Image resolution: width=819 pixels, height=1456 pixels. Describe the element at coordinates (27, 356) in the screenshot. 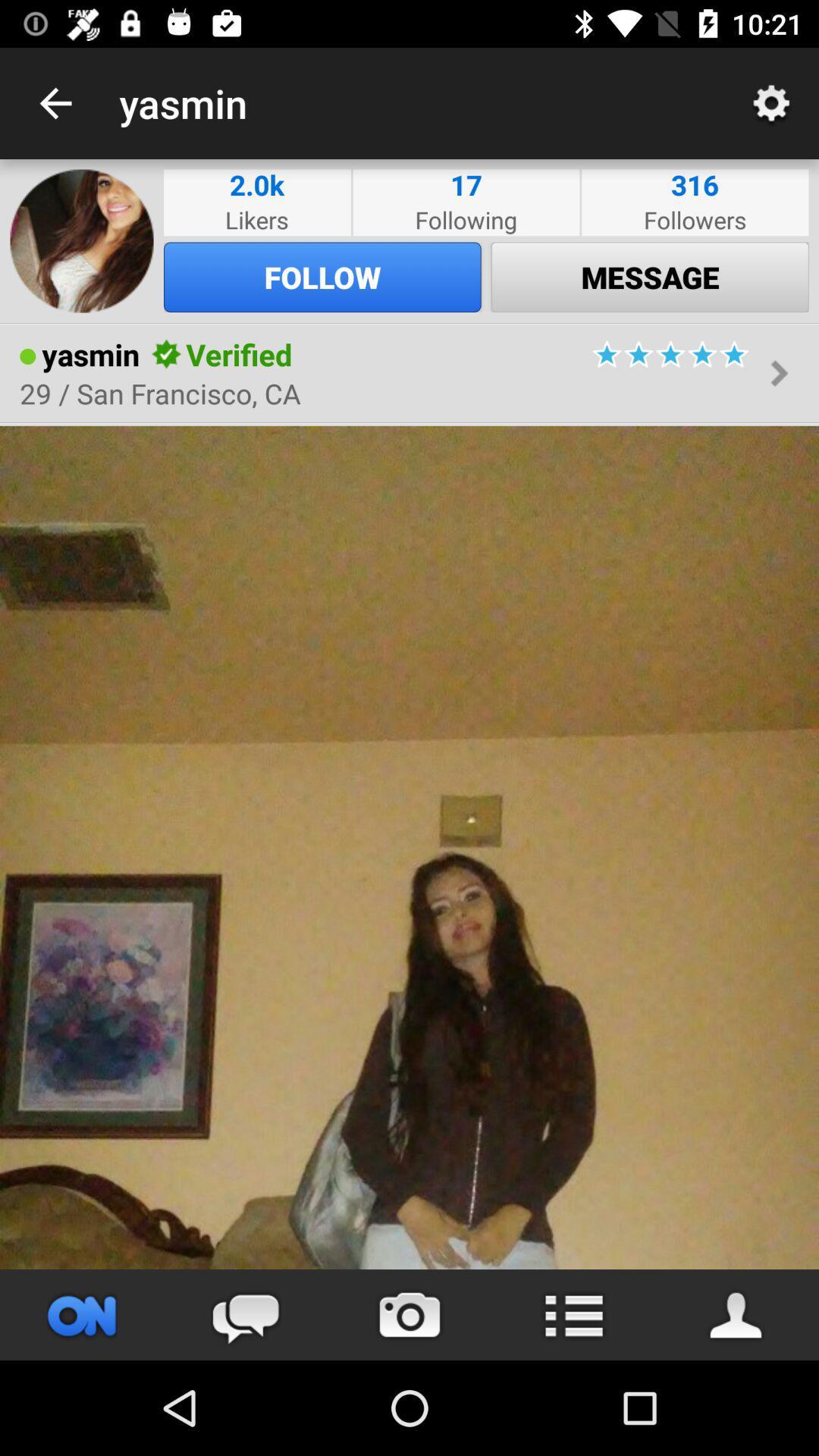

I see `item to the left of the yasmin` at that location.